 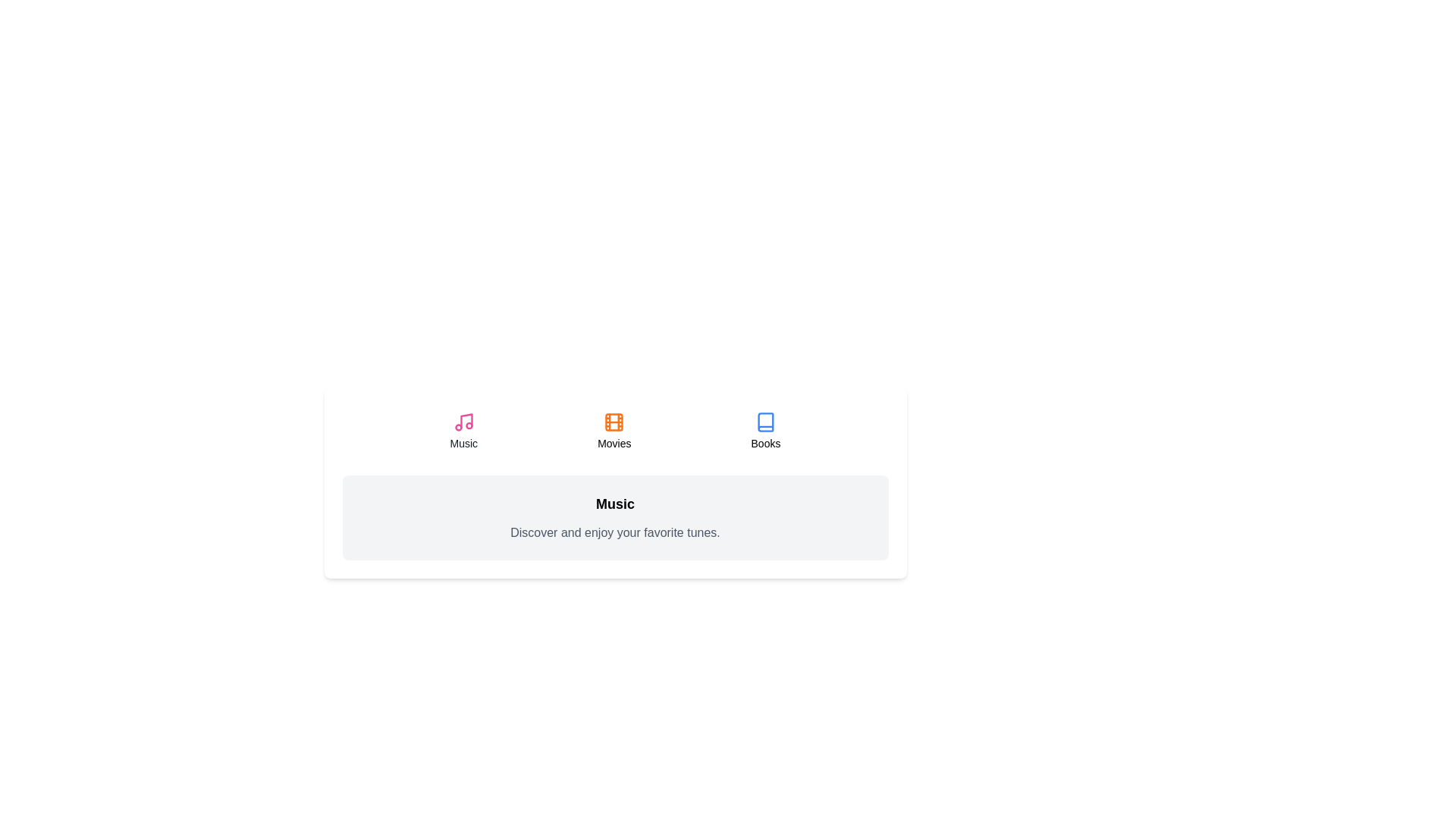 What do you see at coordinates (463, 431) in the screenshot?
I see `the tab labeled 'Music' to observe its hover effects` at bounding box center [463, 431].